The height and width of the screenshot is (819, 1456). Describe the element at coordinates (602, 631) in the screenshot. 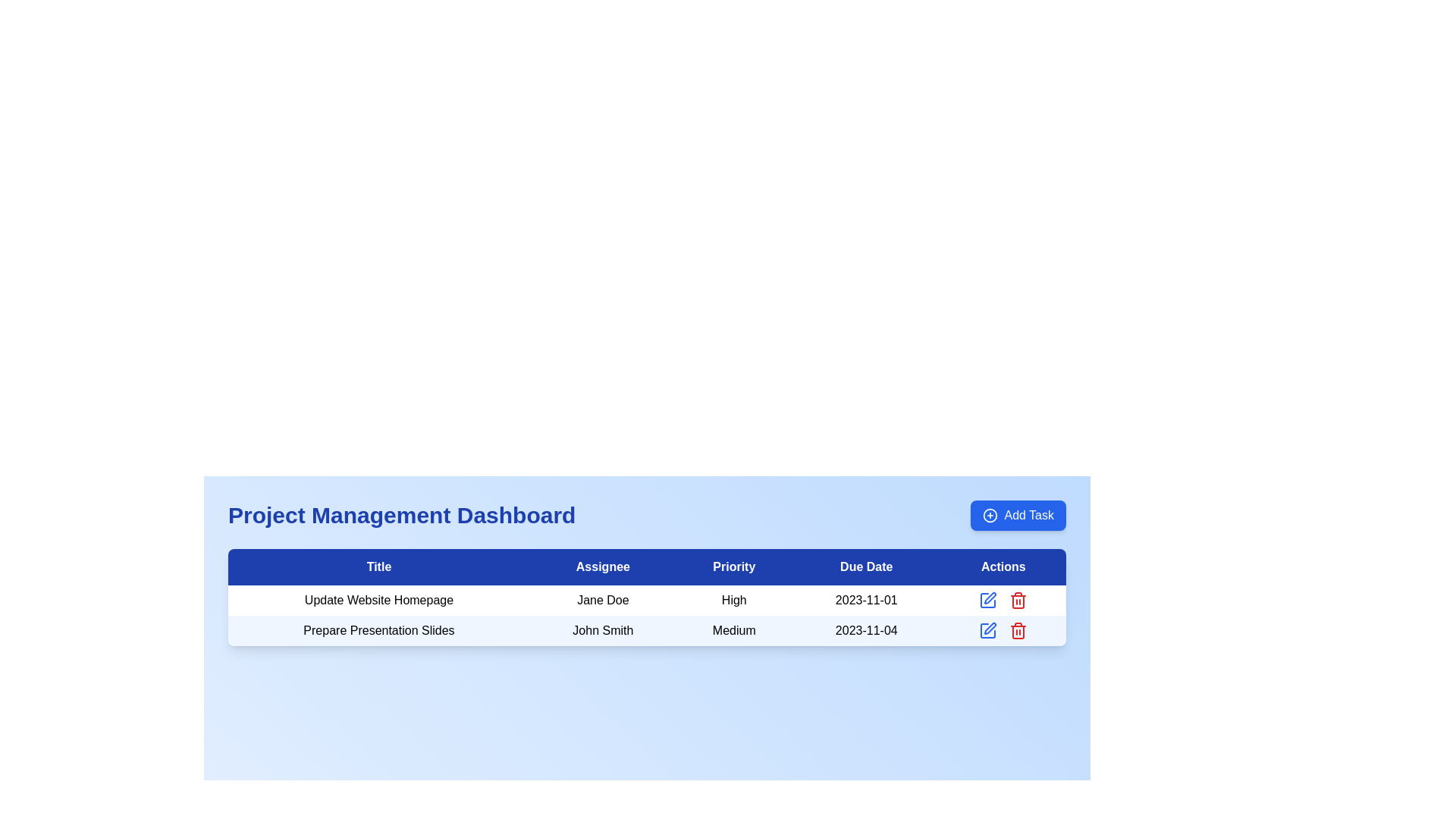

I see `the text label representing the assignee's name for the task` at that location.